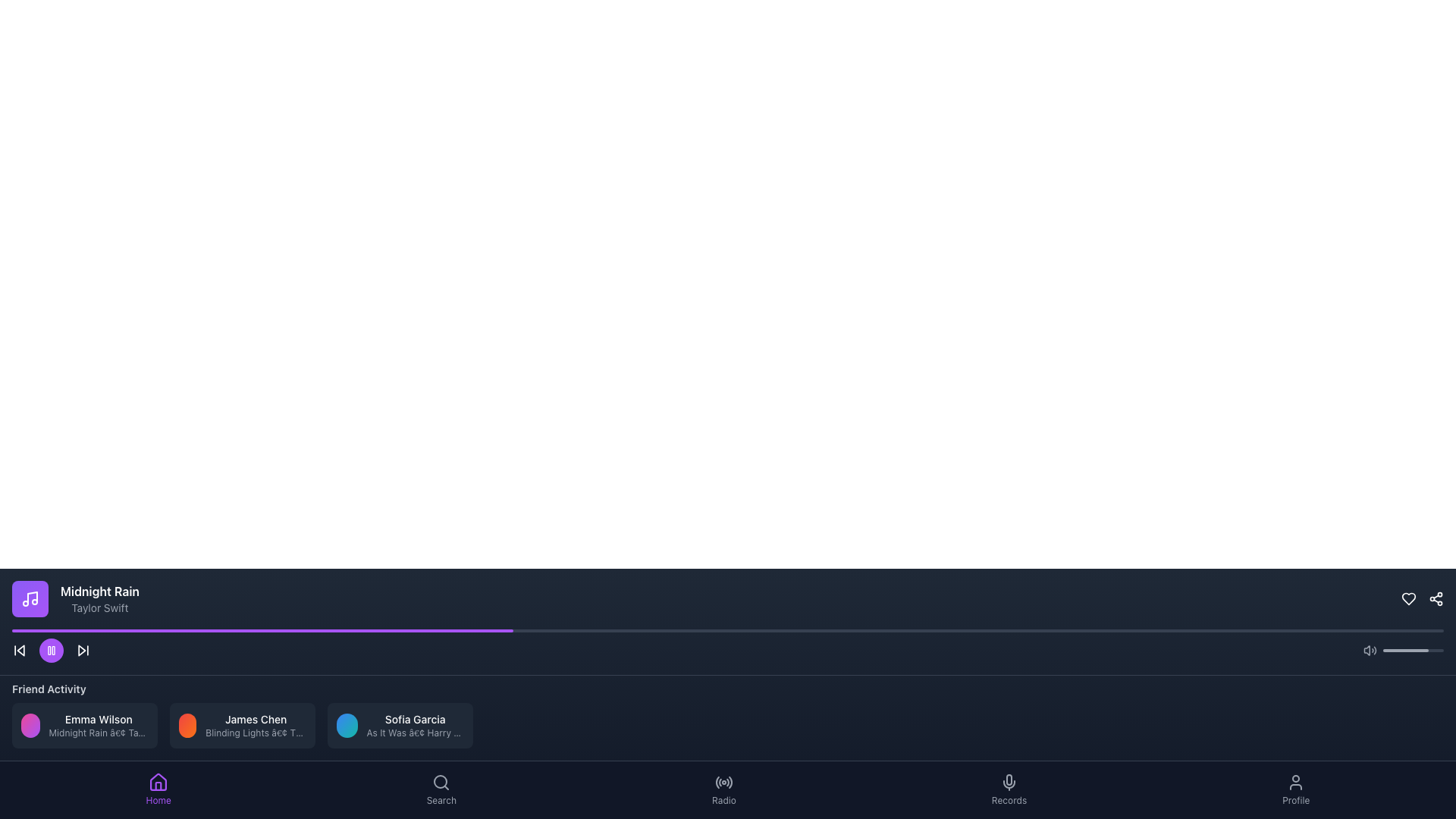 This screenshot has width=1456, height=819. I want to click on the progress bar, so click(262, 631).